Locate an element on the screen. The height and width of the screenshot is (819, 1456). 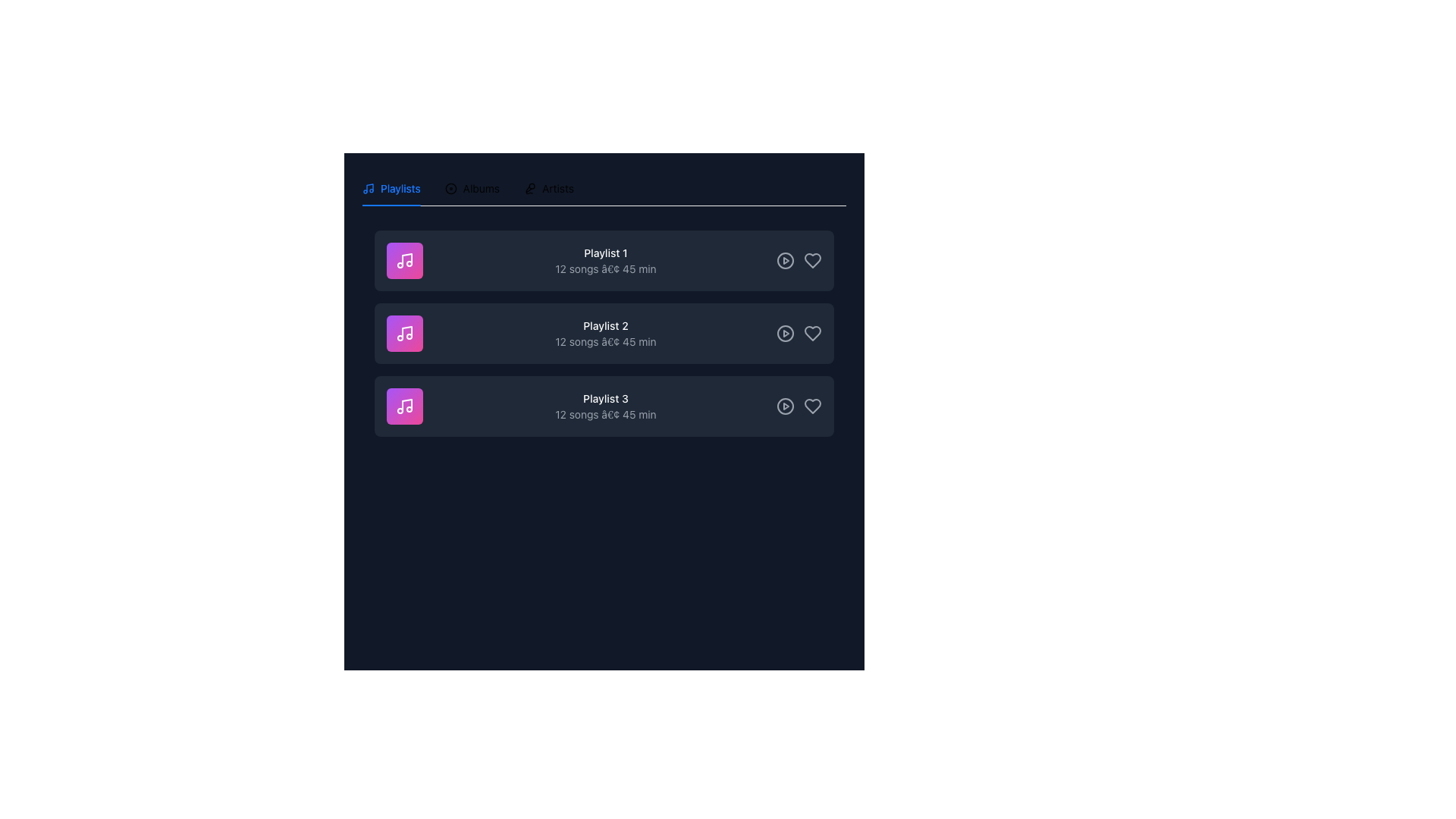
the 'Playlists' tab, which is styled as the active tab with a bold font and blue text color is located at coordinates (391, 188).